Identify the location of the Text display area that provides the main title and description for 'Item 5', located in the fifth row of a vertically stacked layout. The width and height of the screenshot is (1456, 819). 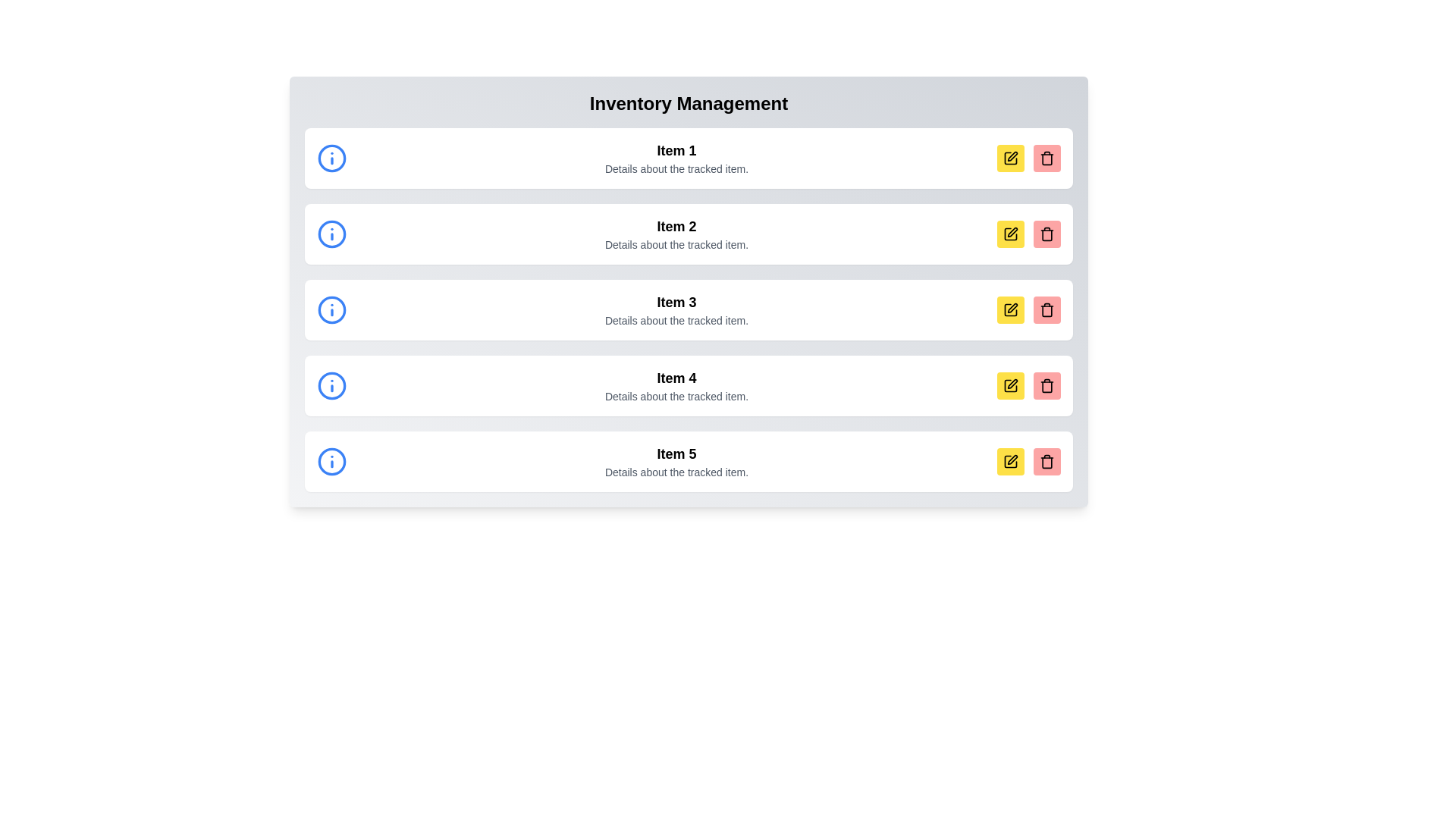
(676, 461).